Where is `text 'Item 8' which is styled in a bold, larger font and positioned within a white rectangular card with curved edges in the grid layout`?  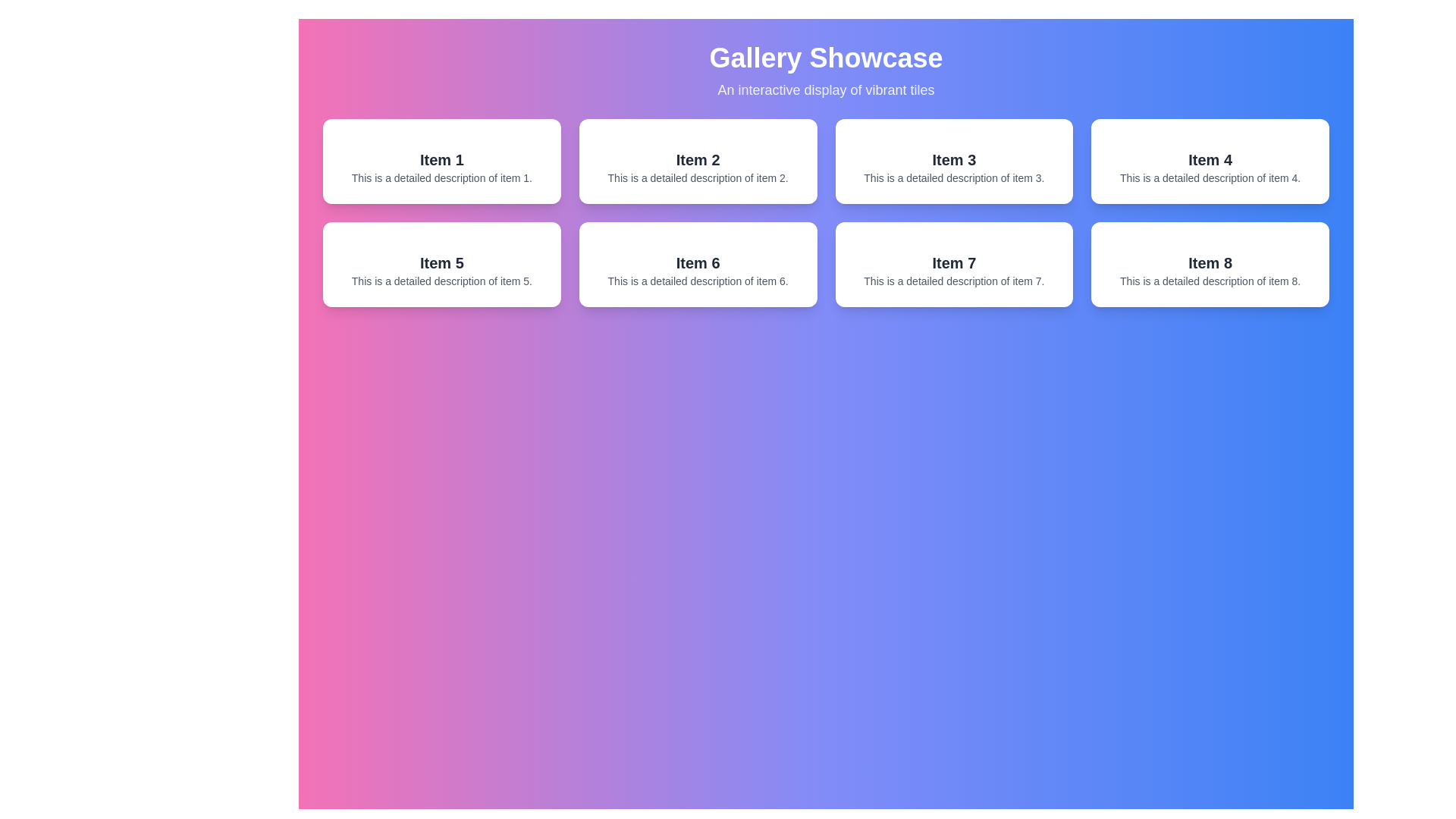
text 'Item 8' which is styled in a bold, larger font and positioned within a white rectangular card with curved edges in the grid layout is located at coordinates (1210, 262).